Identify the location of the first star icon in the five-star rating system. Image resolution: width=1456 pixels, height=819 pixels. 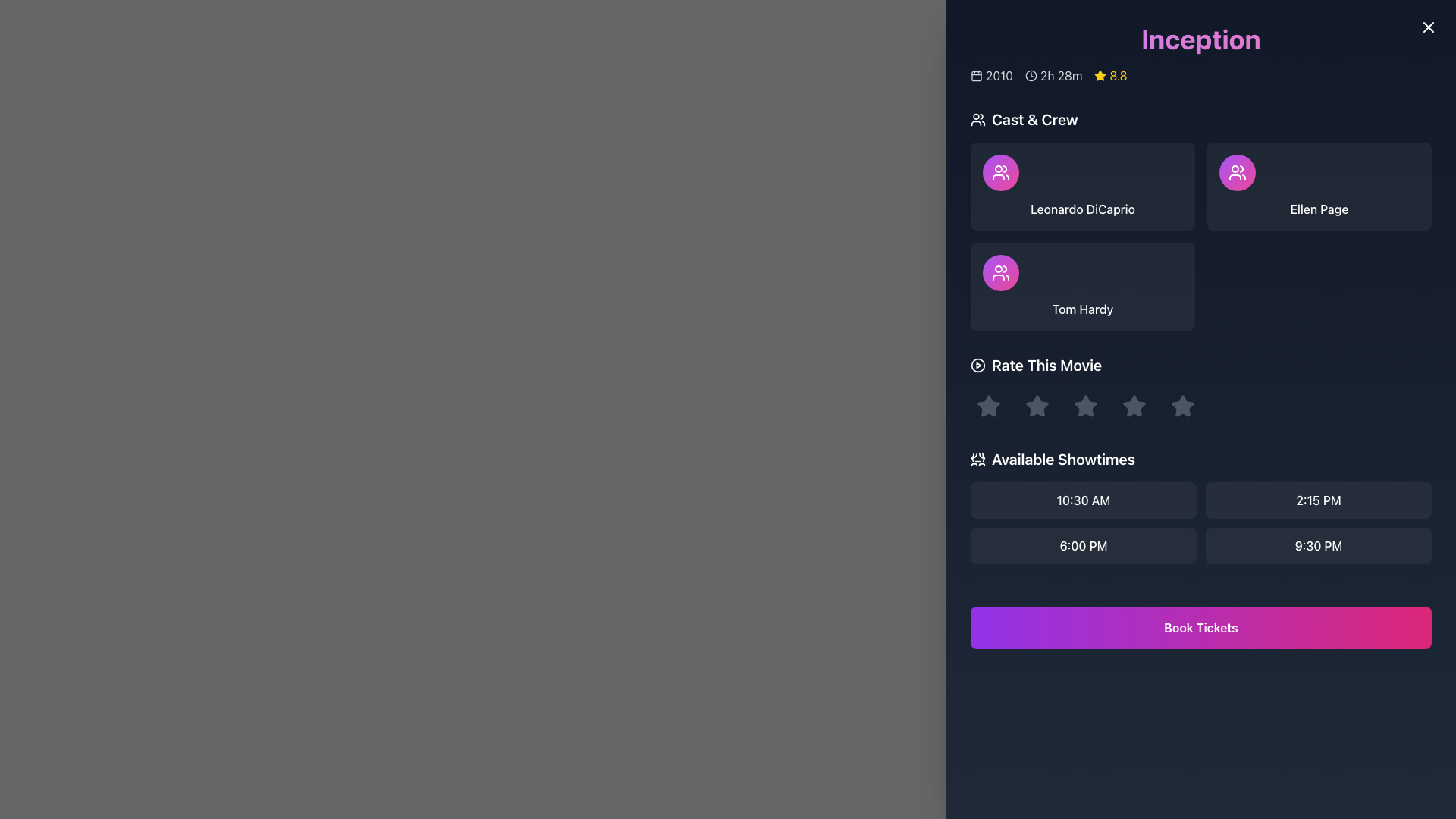
(989, 405).